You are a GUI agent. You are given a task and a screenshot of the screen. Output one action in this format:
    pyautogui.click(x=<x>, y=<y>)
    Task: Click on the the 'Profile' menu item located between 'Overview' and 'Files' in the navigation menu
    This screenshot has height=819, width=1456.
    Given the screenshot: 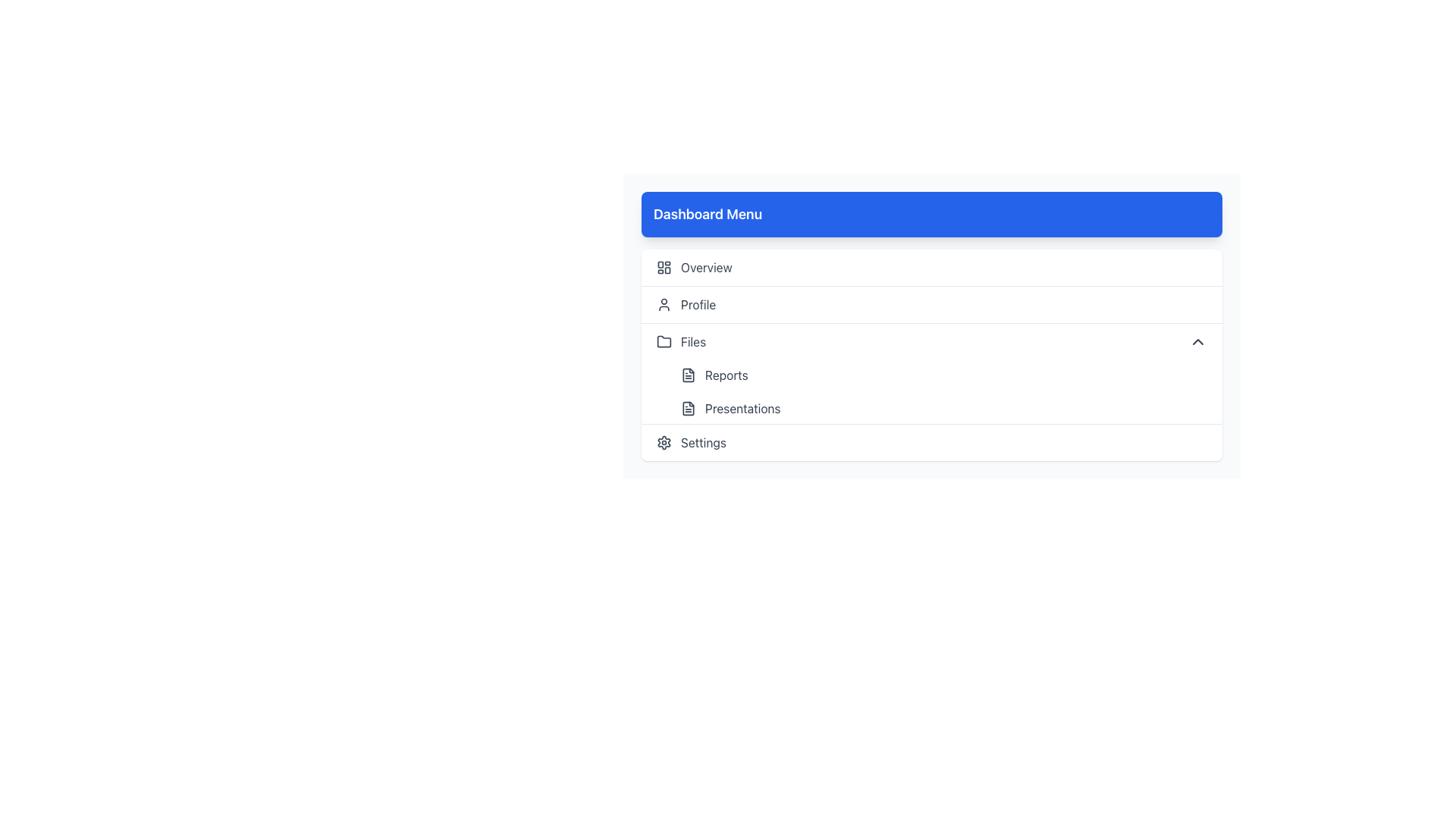 What is the action you would take?
    pyautogui.click(x=930, y=304)
    